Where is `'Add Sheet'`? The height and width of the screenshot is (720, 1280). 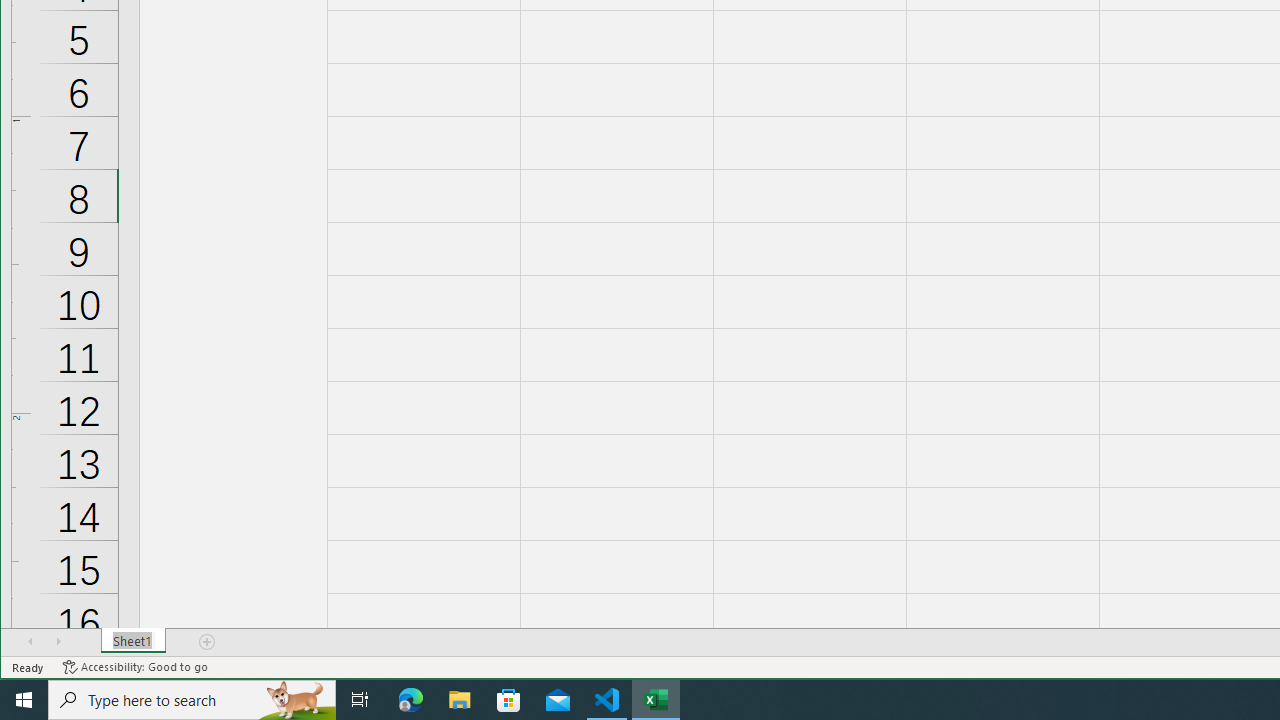
'Add Sheet' is located at coordinates (208, 641).